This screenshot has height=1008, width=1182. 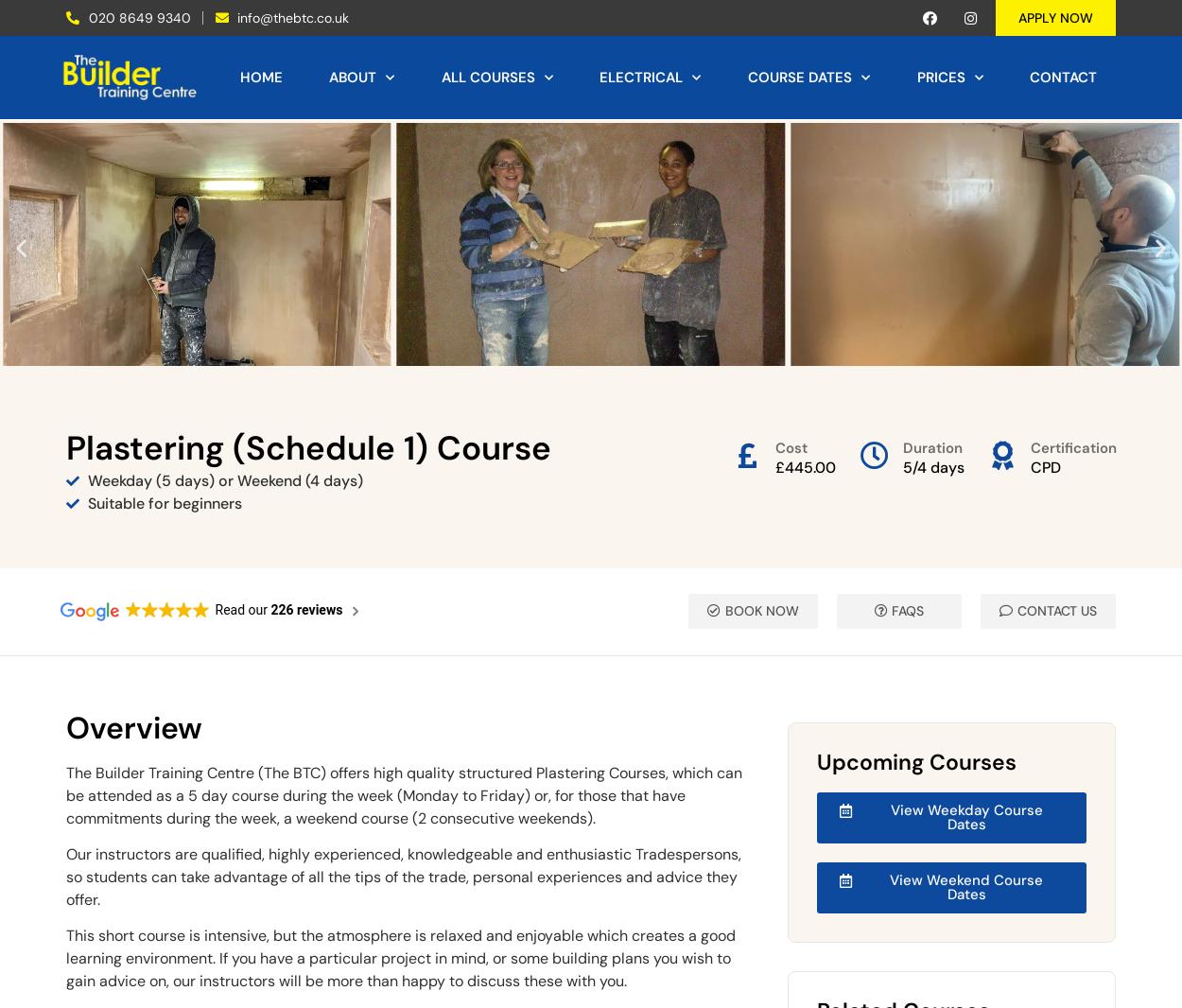 What do you see at coordinates (305, 607) in the screenshot?
I see `'226 reviews'` at bounding box center [305, 607].